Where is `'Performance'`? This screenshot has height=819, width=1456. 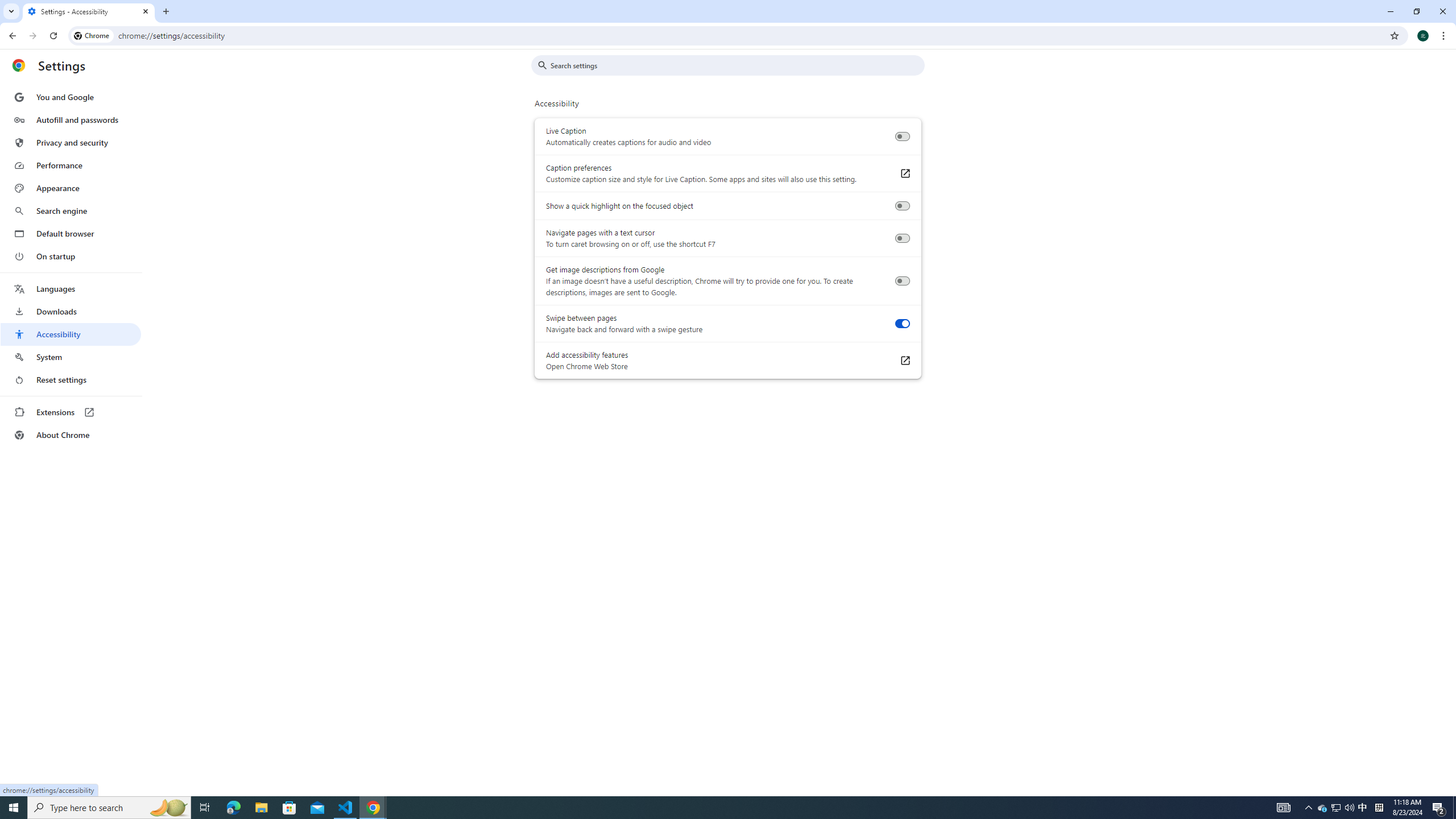
'Performance' is located at coordinates (70, 165).